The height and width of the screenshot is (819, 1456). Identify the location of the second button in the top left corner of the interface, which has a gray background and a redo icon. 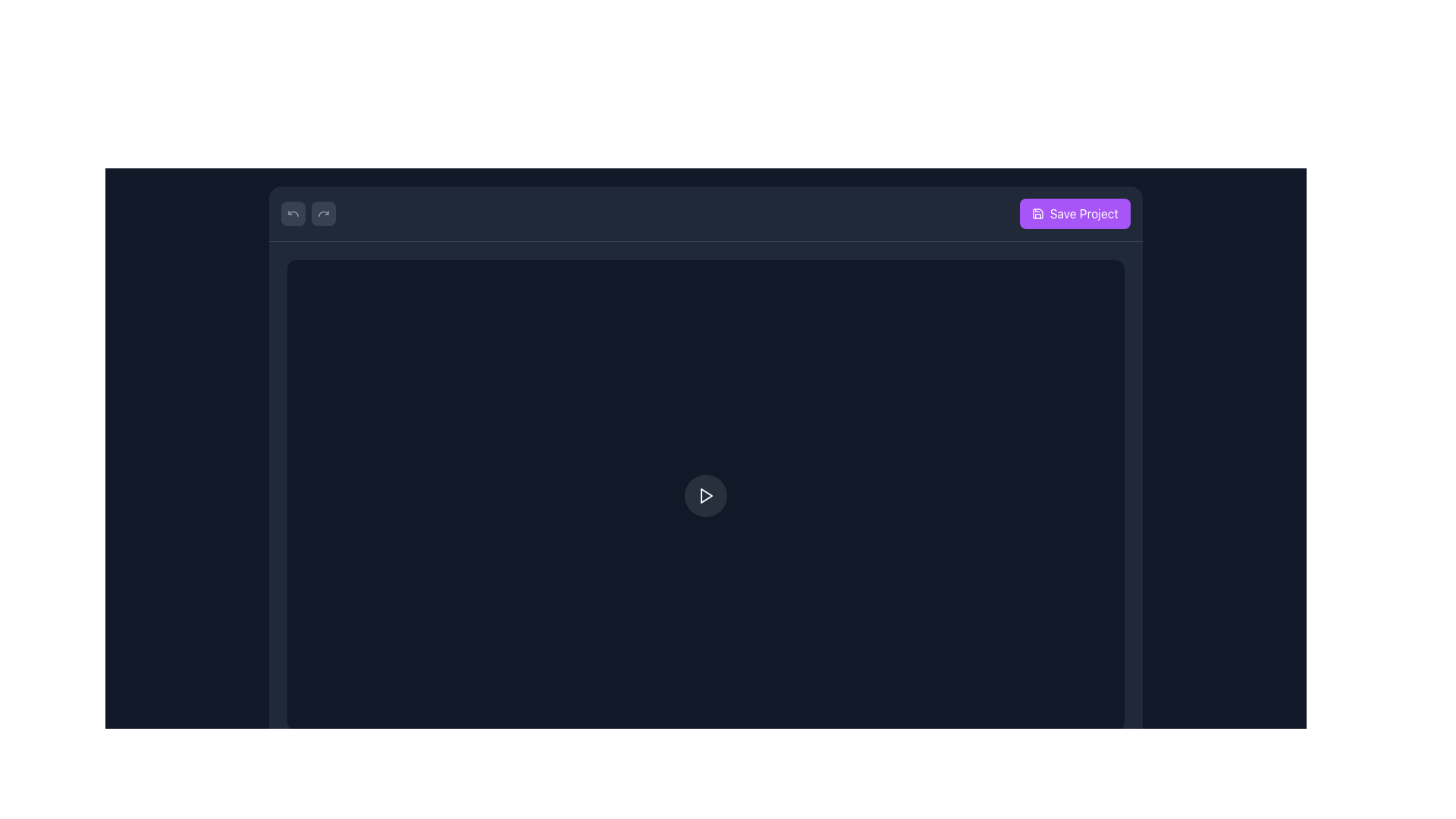
(323, 213).